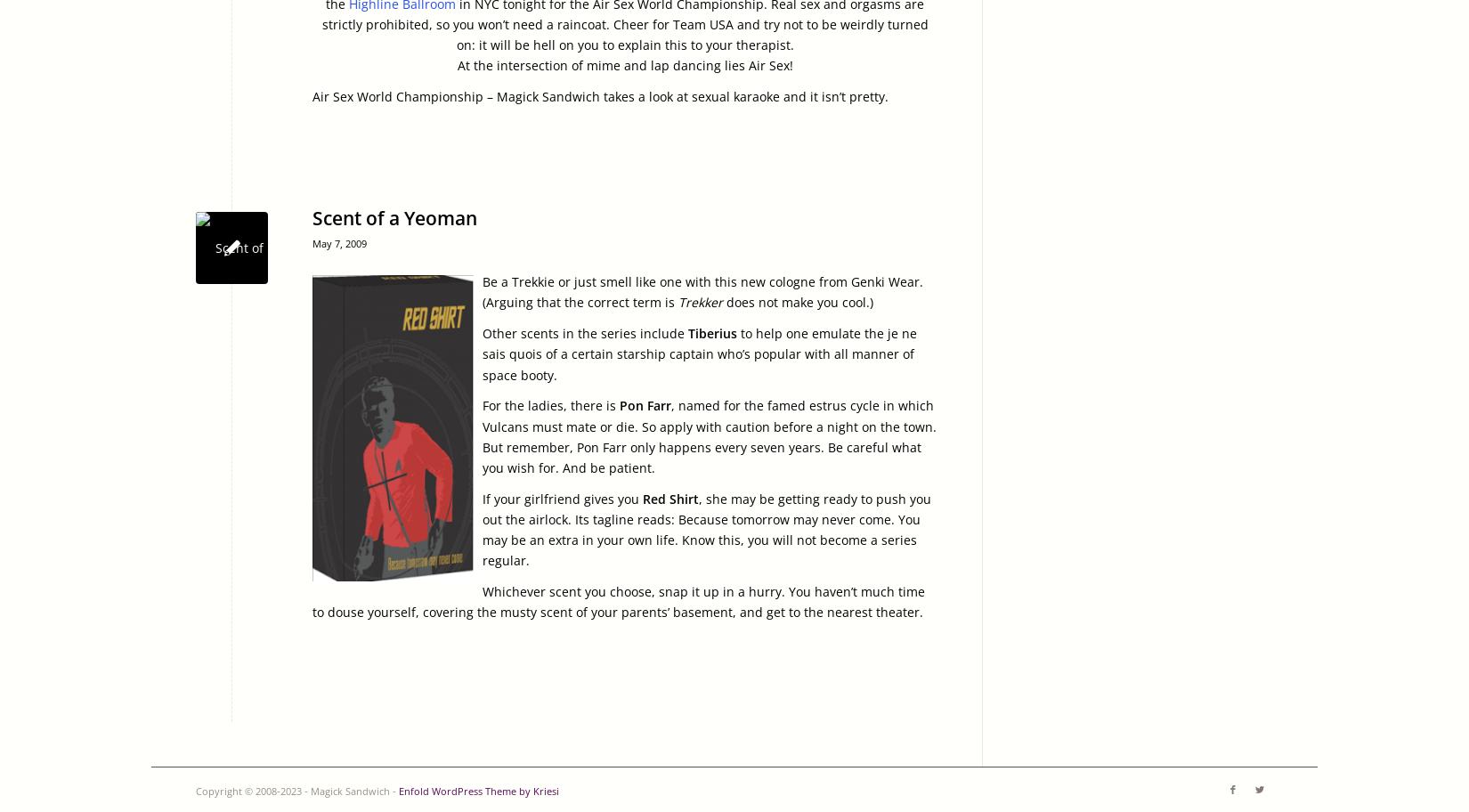 The height and width of the screenshot is (812, 1469). Describe the element at coordinates (482, 436) in the screenshot. I see `', named for the famed estrus cycle in which Vulcans must mate or die. So apply with caution before a night on the town. But remember, Pon Farr only happens every seven years. Be careful what you wish for. And be patient.'` at that location.